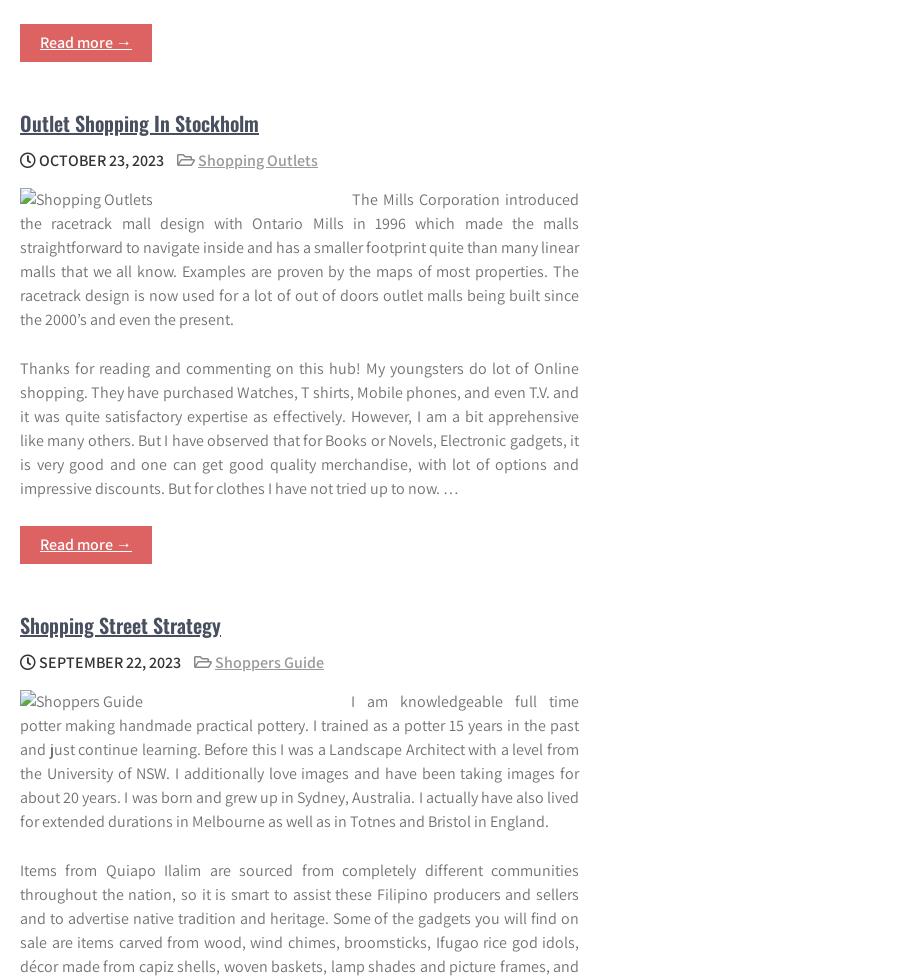 Image resolution: width=900 pixels, height=979 pixels. What do you see at coordinates (98, 159) in the screenshot?
I see `'October 23, 2023'` at bounding box center [98, 159].